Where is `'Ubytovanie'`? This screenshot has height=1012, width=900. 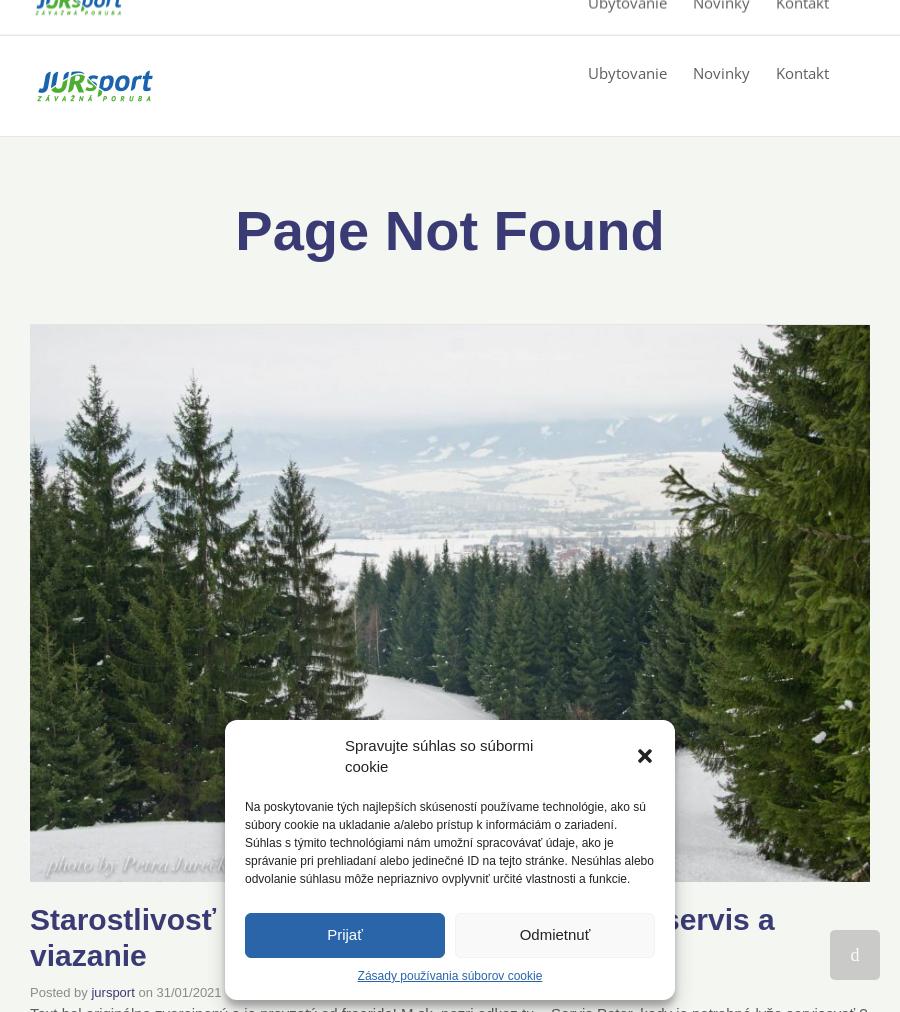 'Ubytovanie' is located at coordinates (627, 71).